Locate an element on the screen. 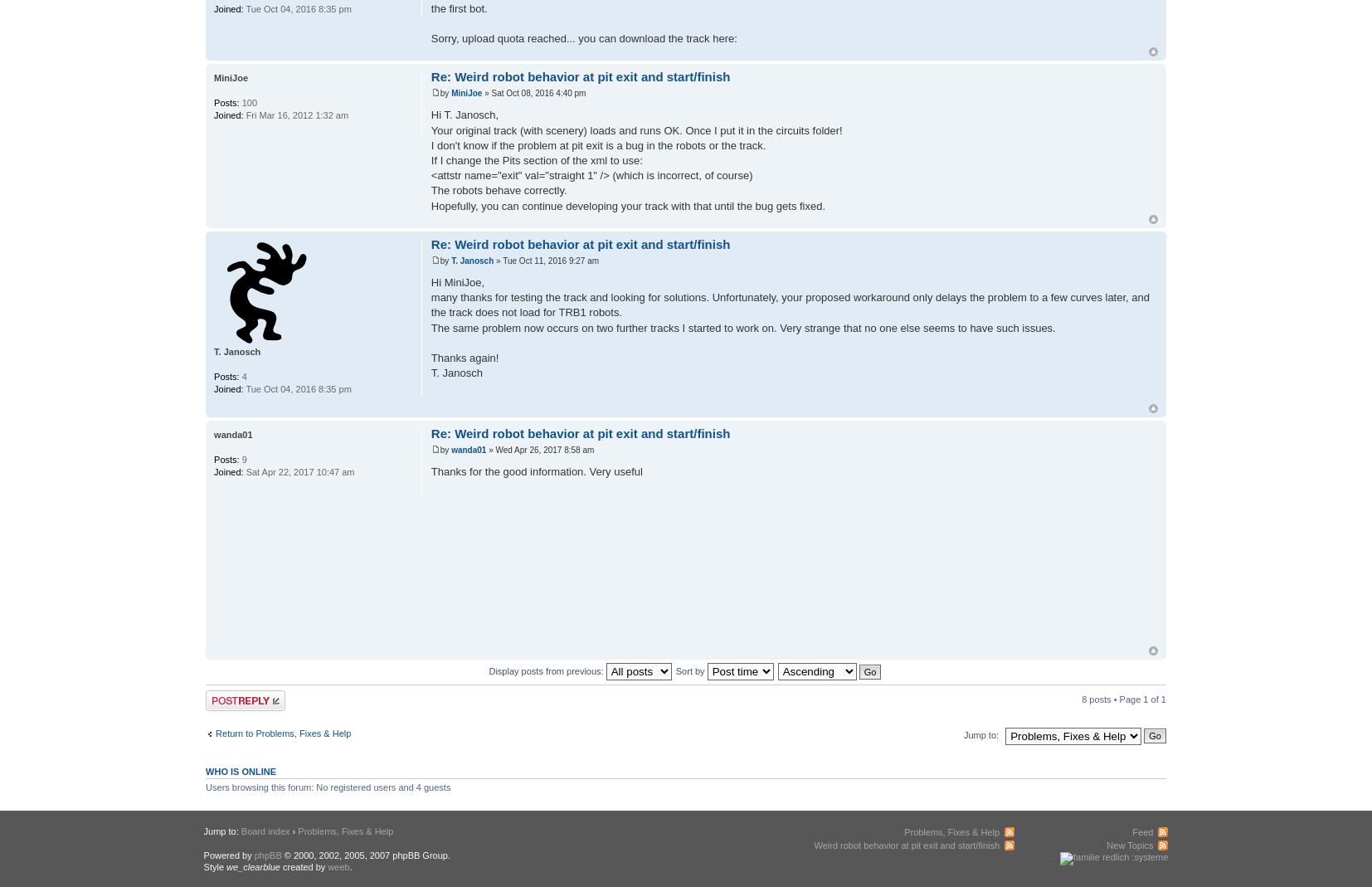 The width and height of the screenshot is (1372, 887). 'Feed' is located at coordinates (1142, 831).